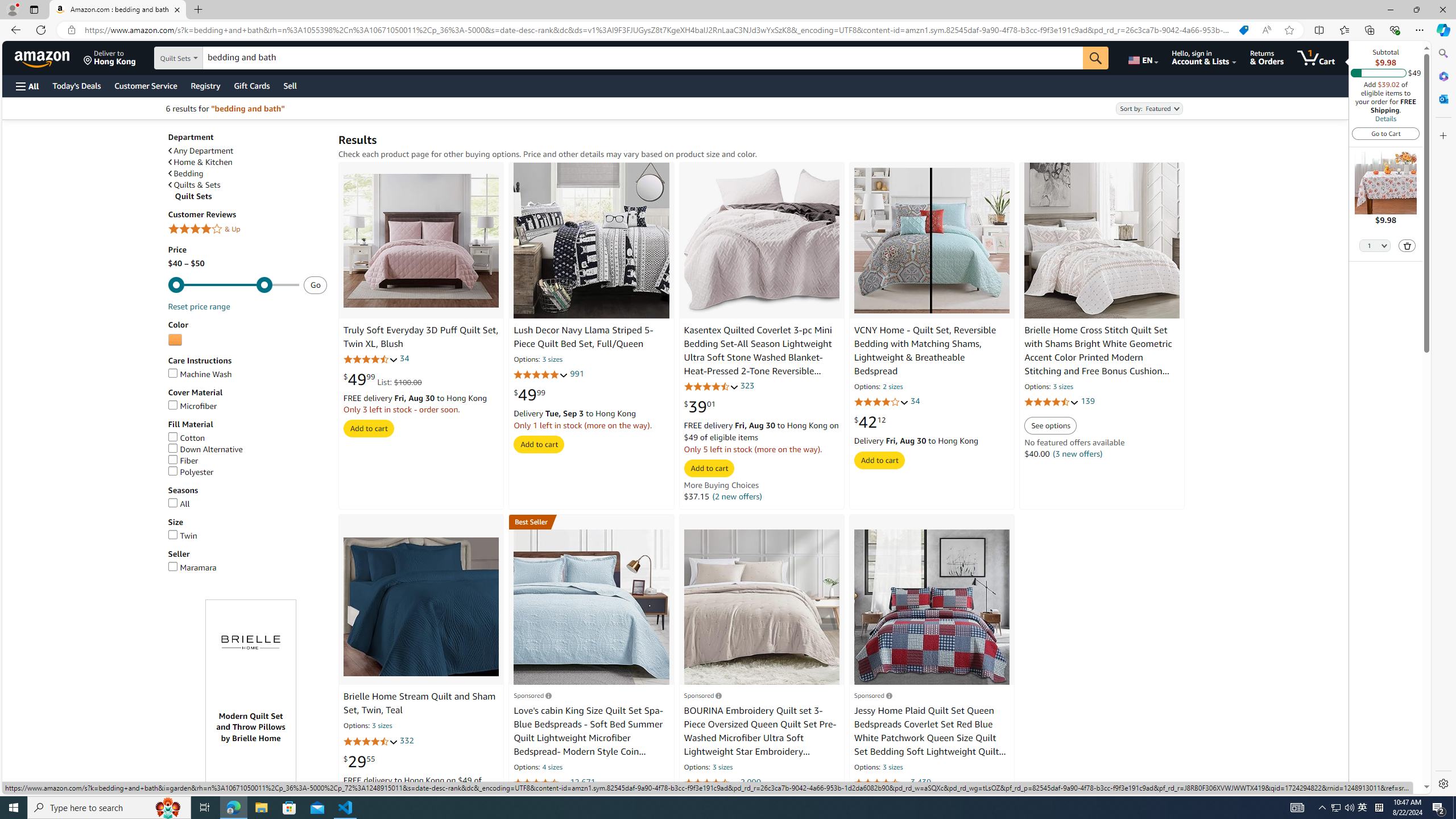  What do you see at coordinates (200, 162) in the screenshot?
I see `'Home & Kitchen'` at bounding box center [200, 162].